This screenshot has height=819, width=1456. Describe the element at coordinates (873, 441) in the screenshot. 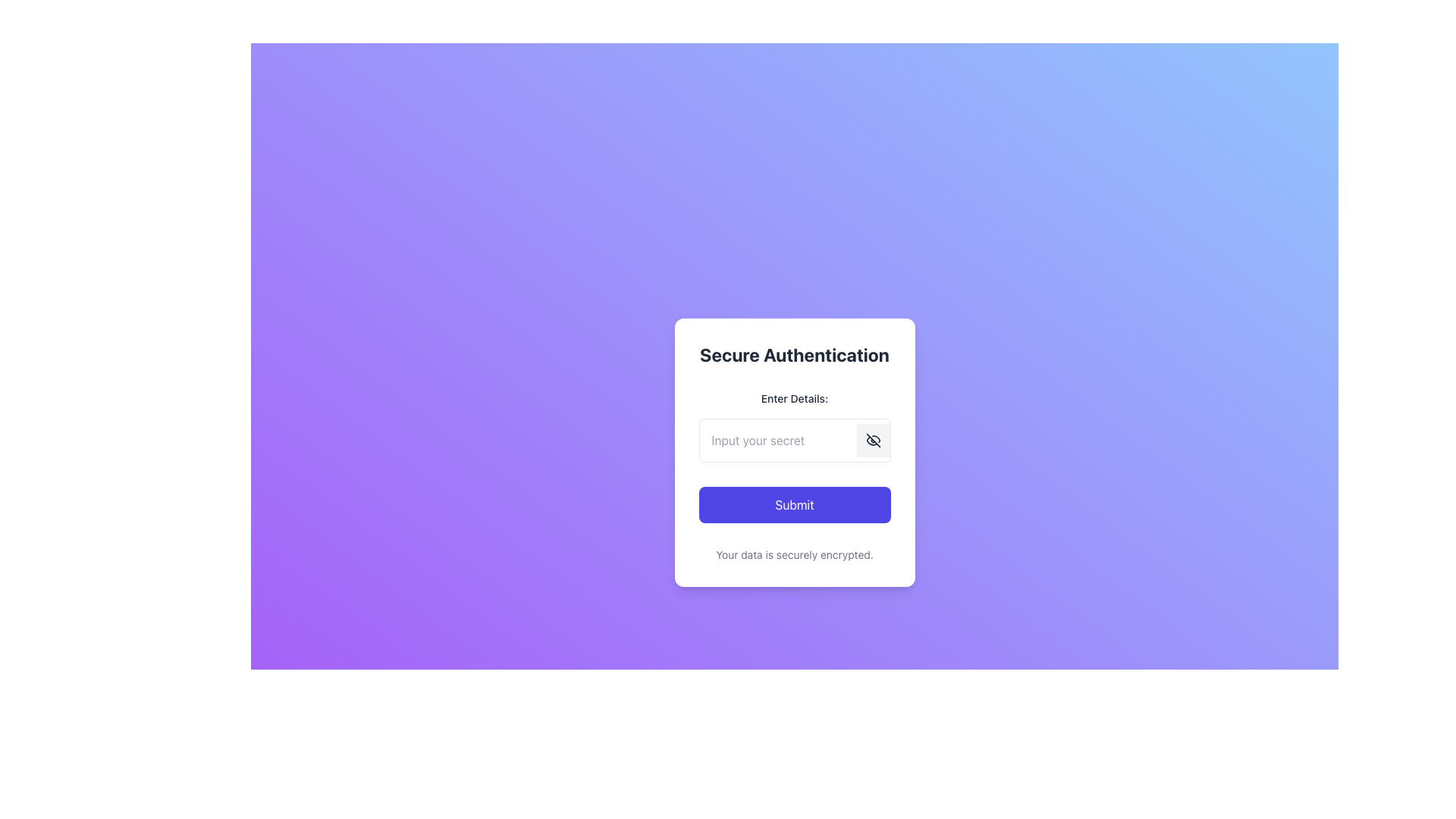

I see `the eye-off icon with a crossed-out eye design located in the authentication form to the right of the input field` at that location.